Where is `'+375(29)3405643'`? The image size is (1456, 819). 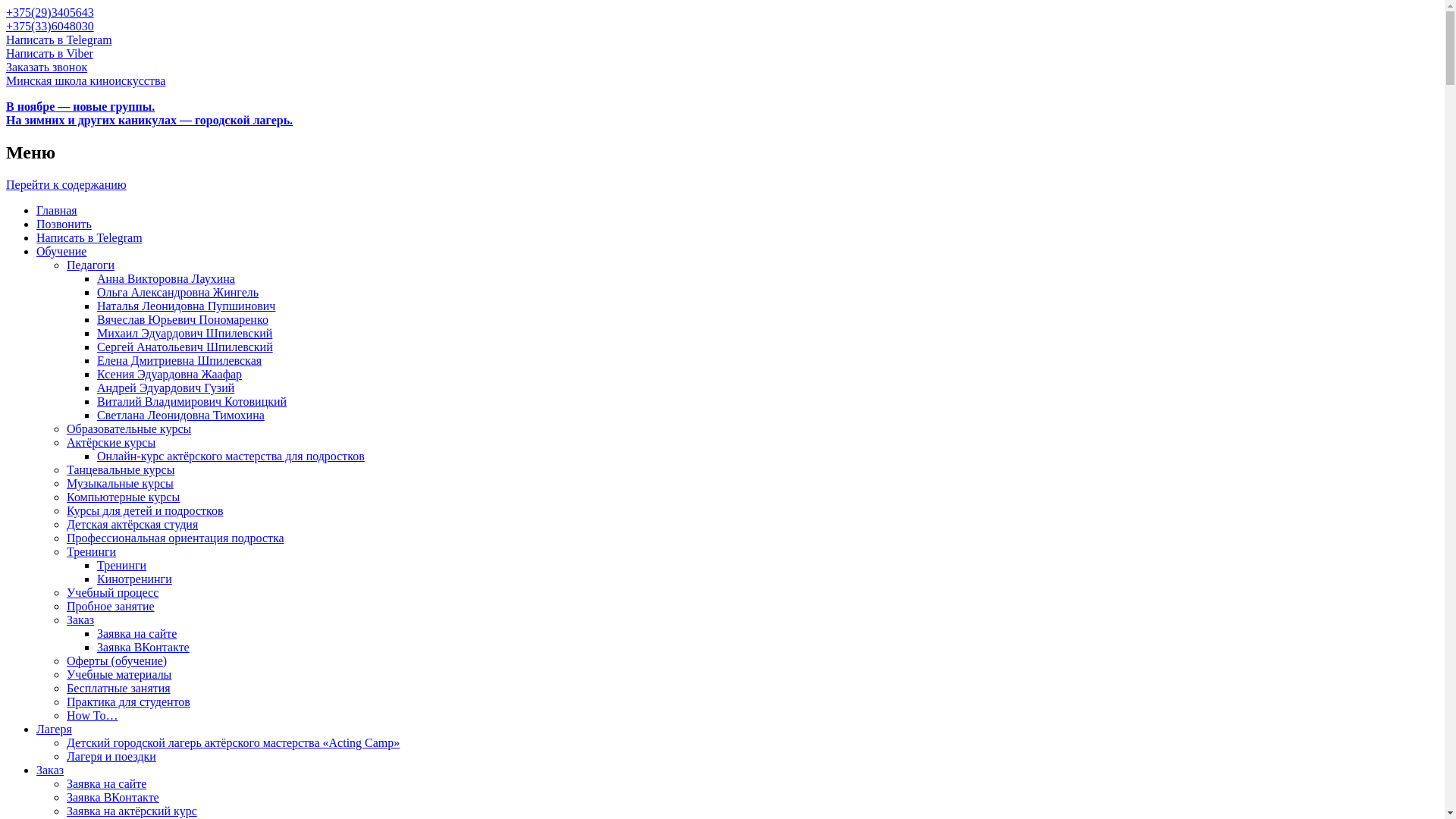
'+375(29)3405643' is located at coordinates (50, 12).